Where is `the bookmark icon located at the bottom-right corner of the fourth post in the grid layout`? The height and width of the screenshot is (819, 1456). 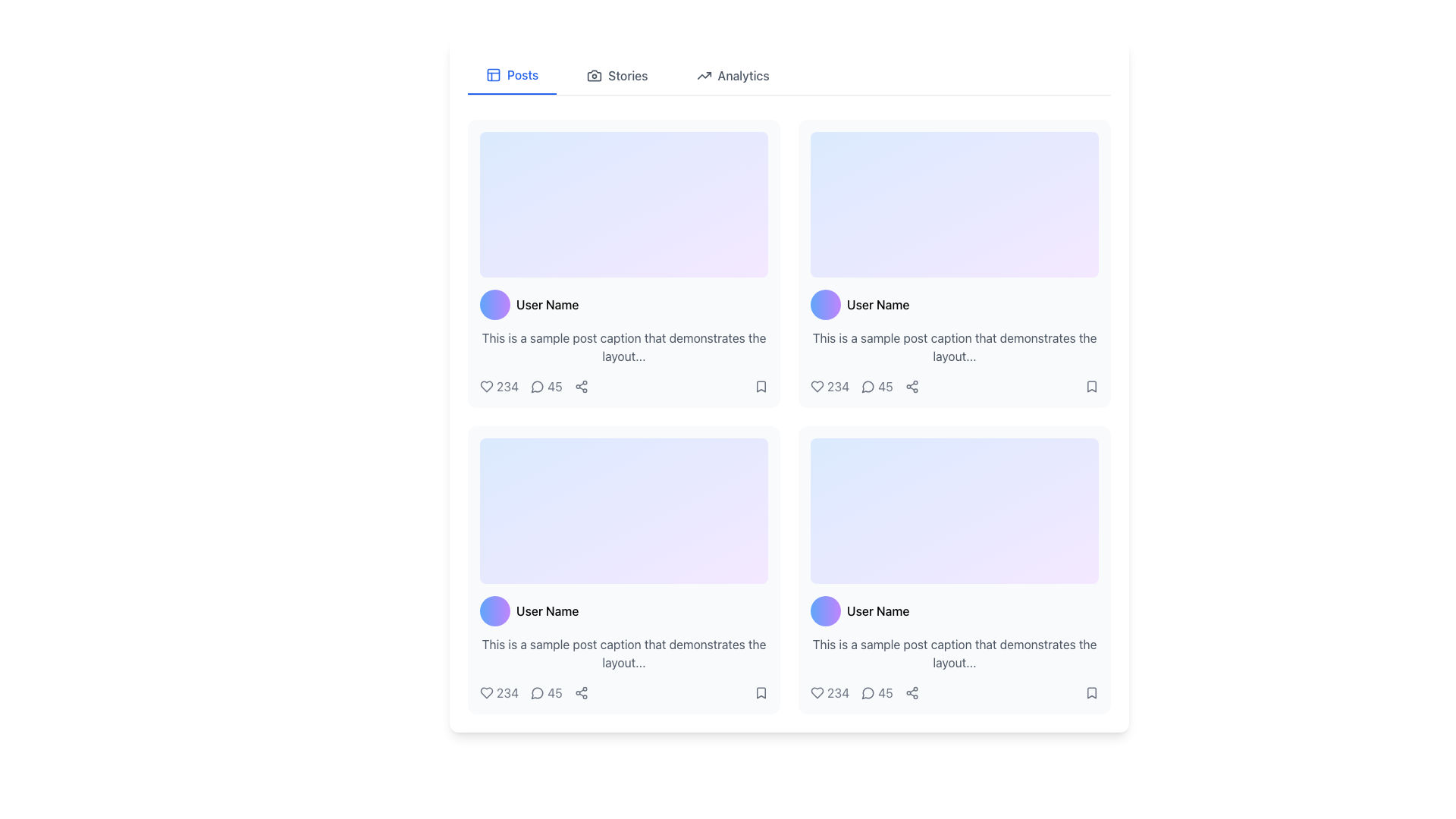
the bookmark icon located at the bottom-right corner of the fourth post in the grid layout is located at coordinates (1092, 693).